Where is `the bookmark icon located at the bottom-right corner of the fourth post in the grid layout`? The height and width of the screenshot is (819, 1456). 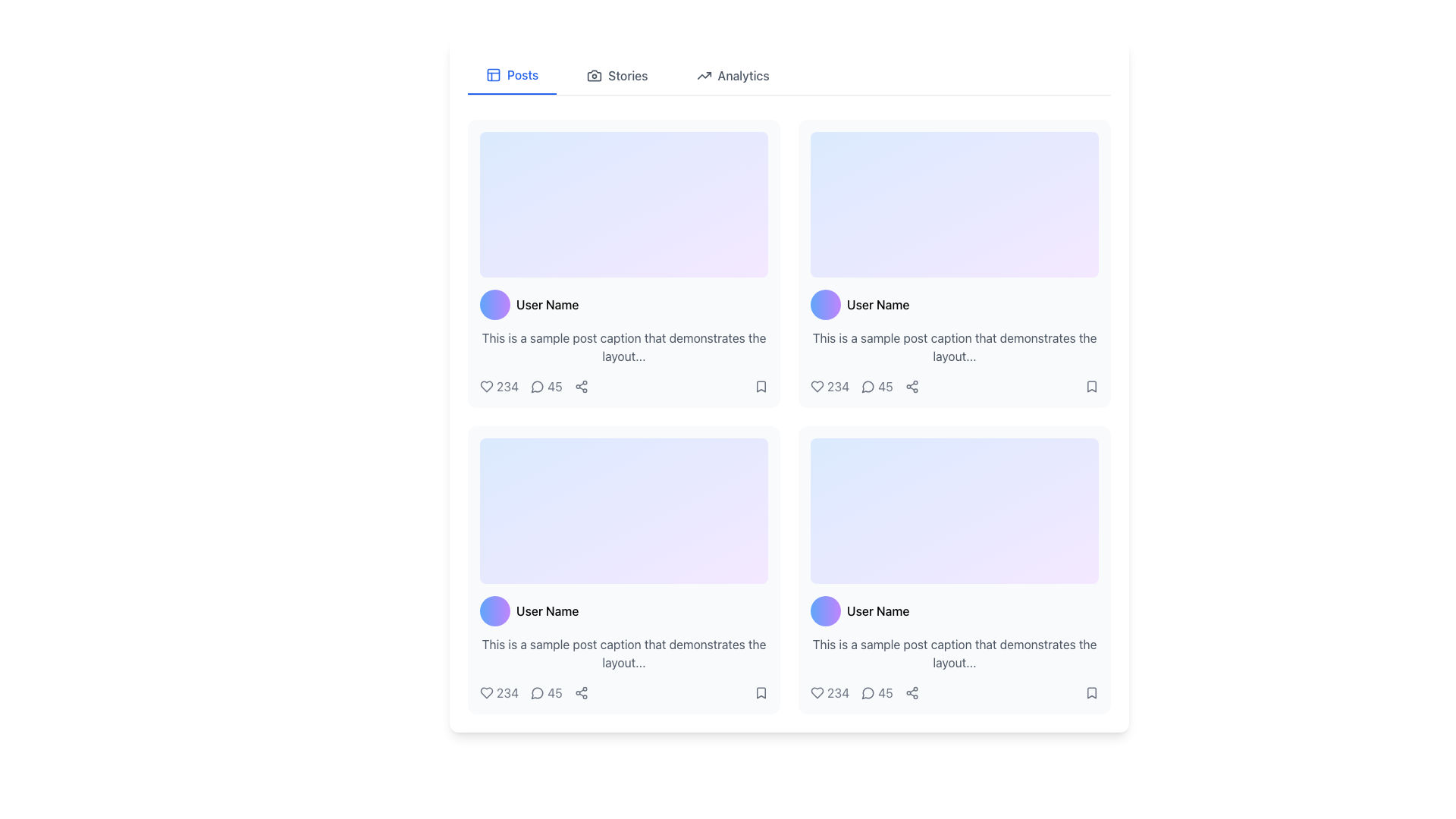
the bookmark icon located at the bottom-right corner of the fourth post in the grid layout is located at coordinates (1092, 693).